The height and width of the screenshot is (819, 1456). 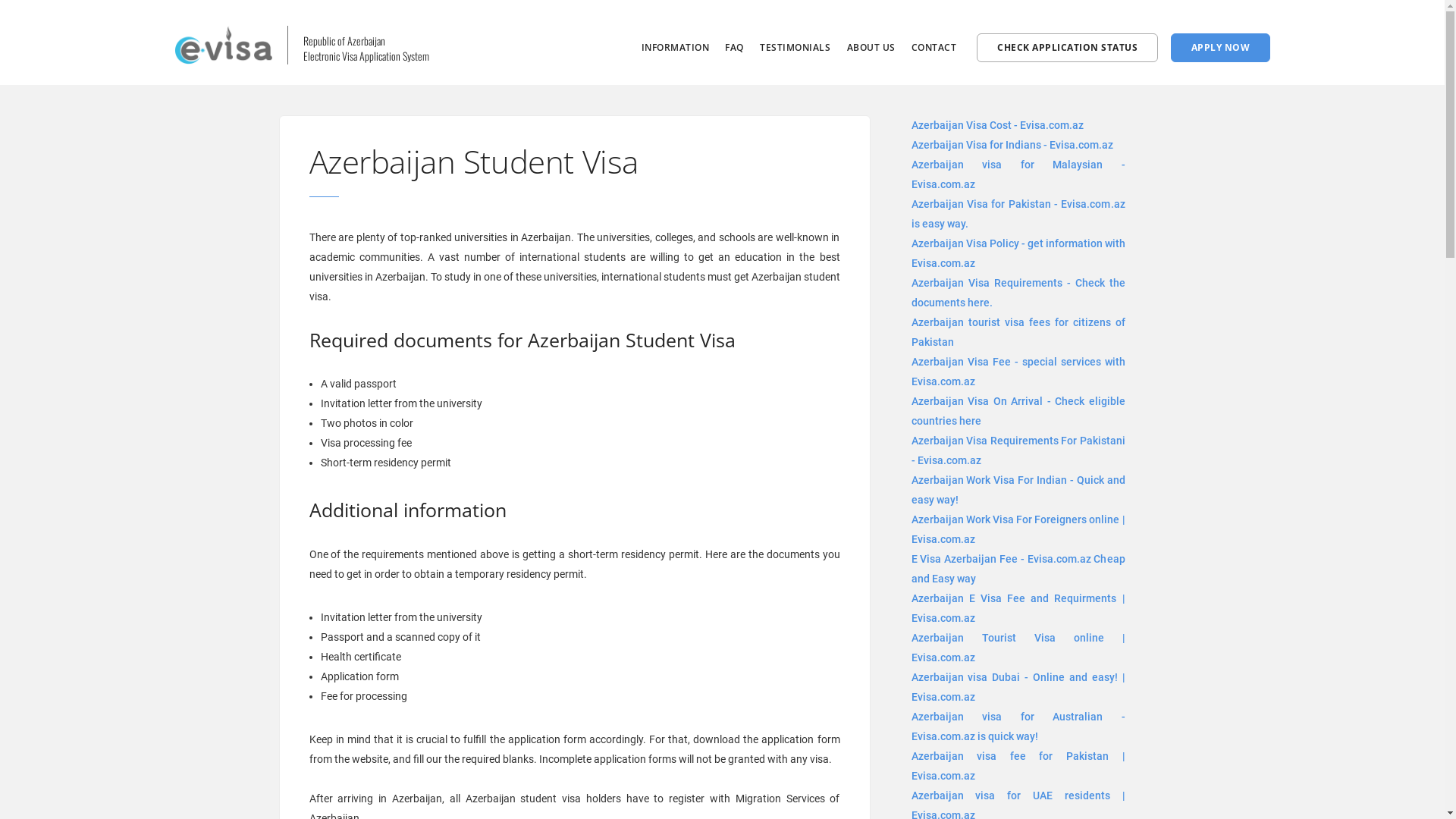 I want to click on 'FAQ', so click(x=734, y=46).